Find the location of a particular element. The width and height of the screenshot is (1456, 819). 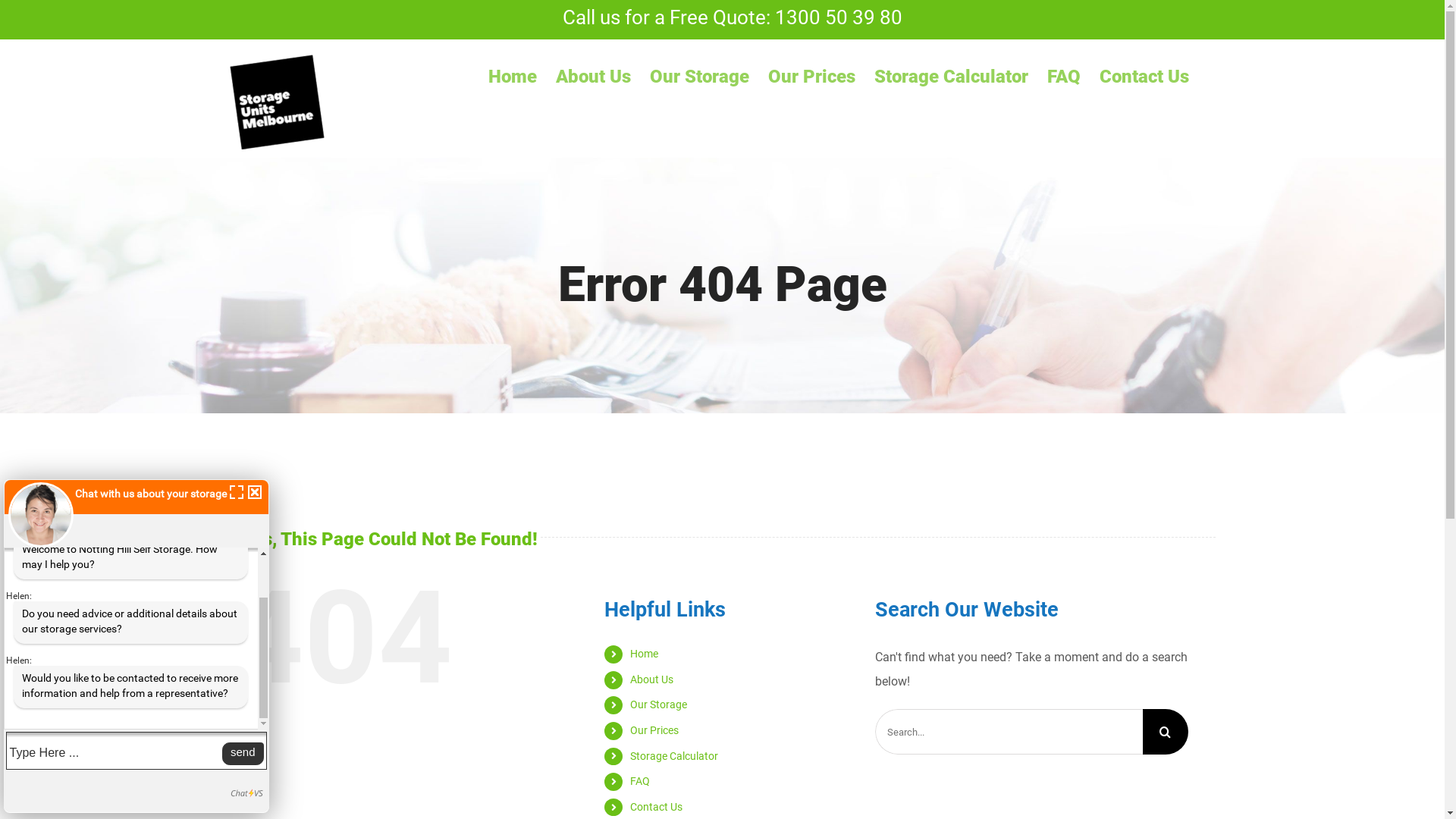

'chat bot window' is located at coordinates (136, 646).